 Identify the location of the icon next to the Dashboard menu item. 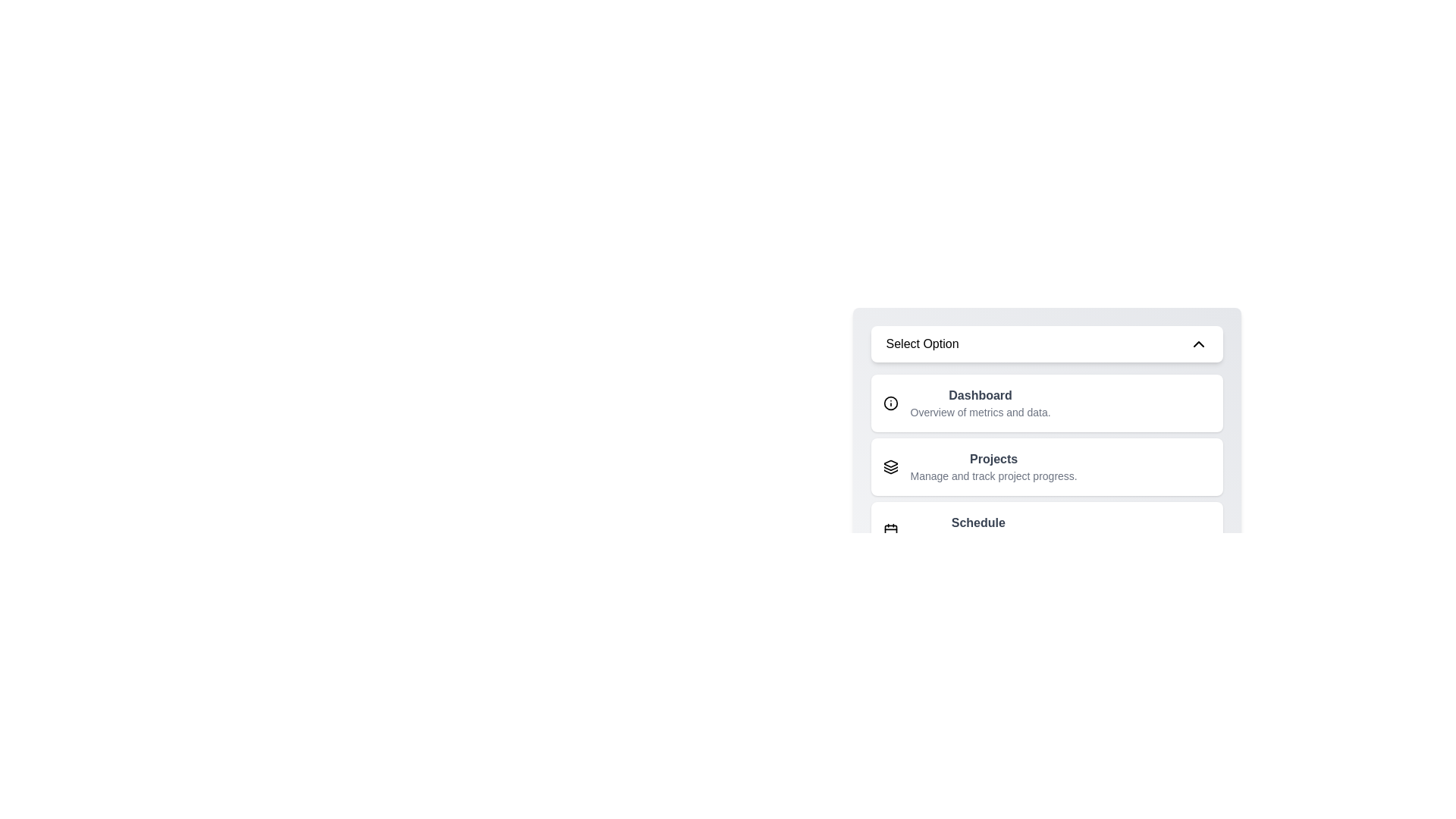
(890, 403).